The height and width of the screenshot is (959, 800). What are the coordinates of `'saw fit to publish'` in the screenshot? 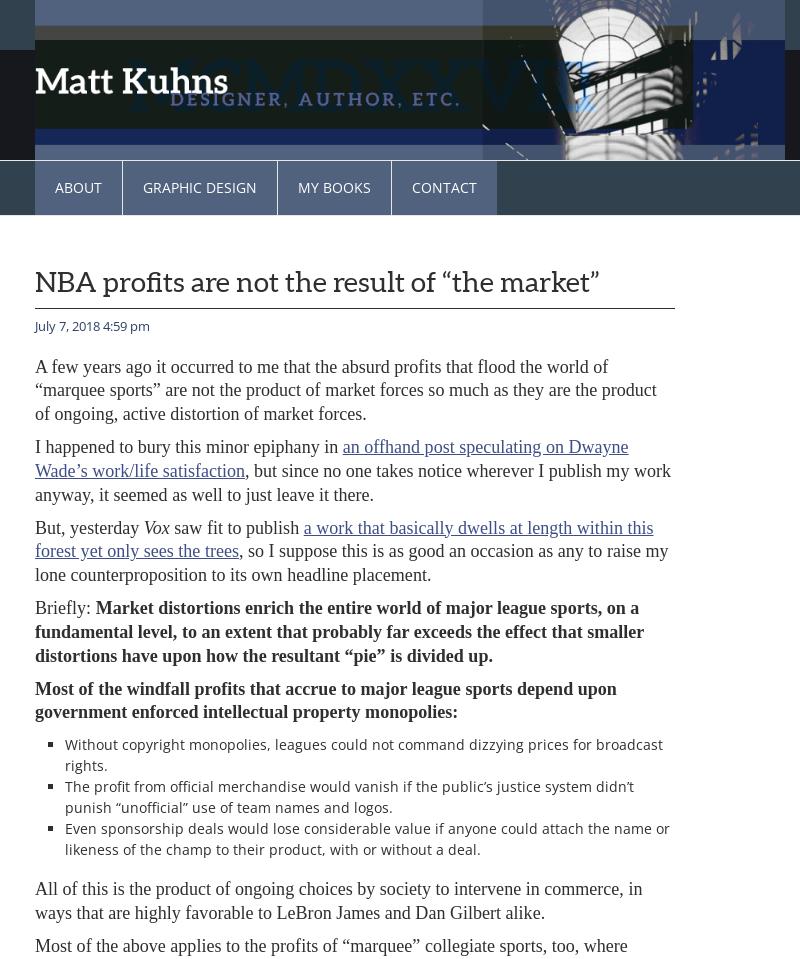 It's located at (167, 526).